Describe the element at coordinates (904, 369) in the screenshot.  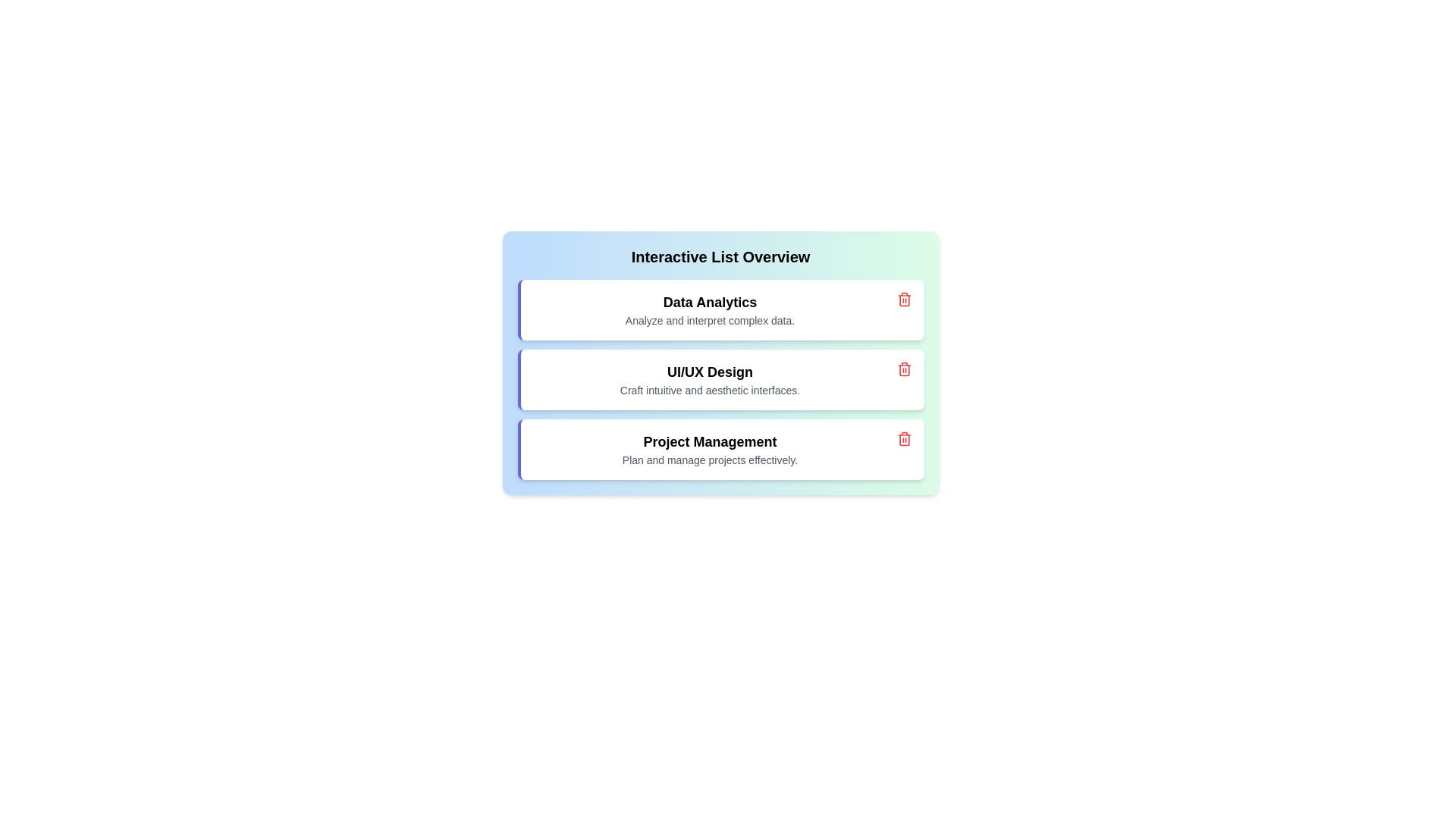
I see `delete button next to the item titled 'UI/UX Design'` at that location.